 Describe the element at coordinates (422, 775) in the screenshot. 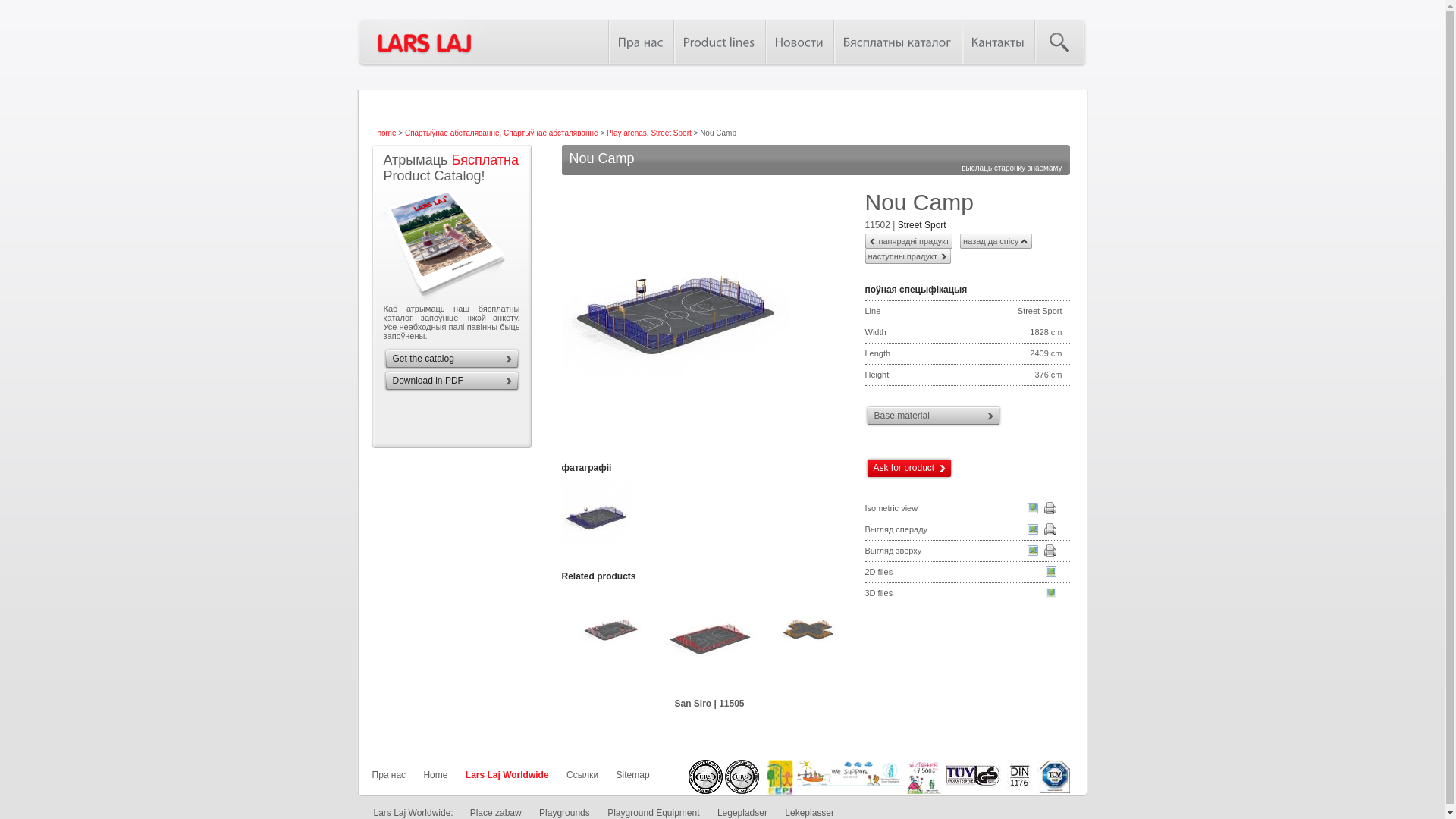

I see `'Home'` at that location.